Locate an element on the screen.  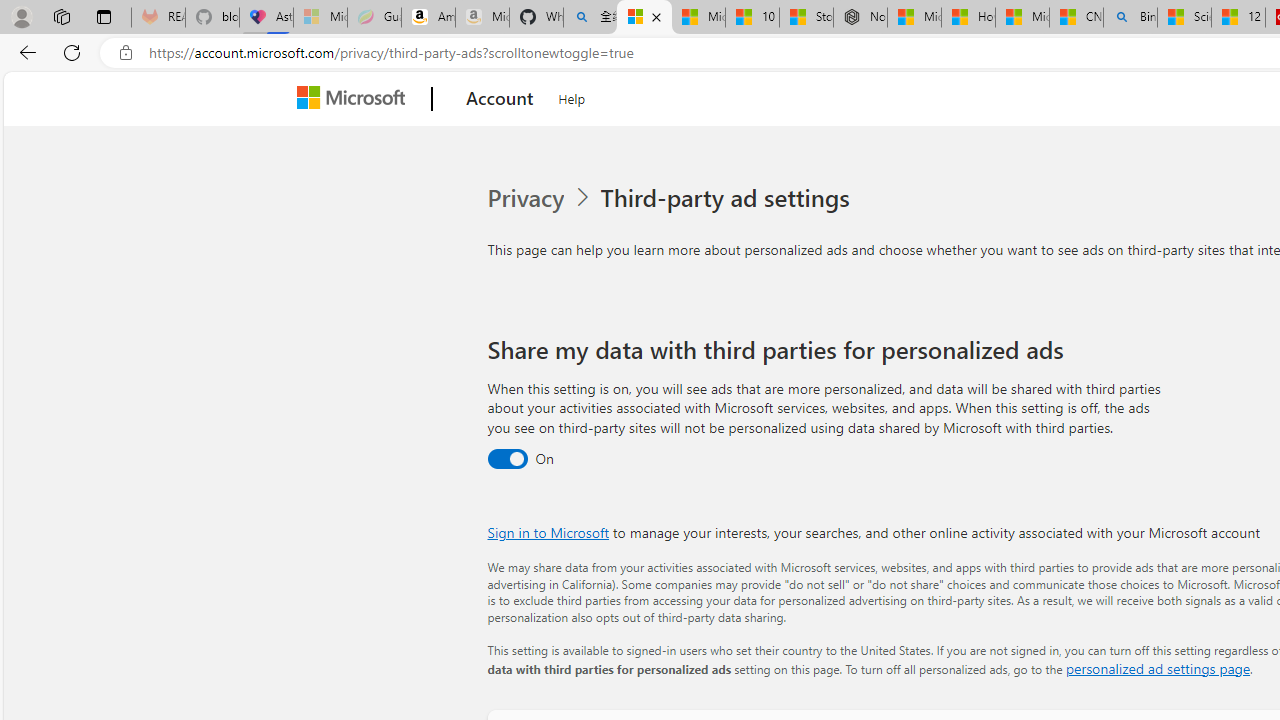
'Third party data sharing toggle' is located at coordinates (506, 459).